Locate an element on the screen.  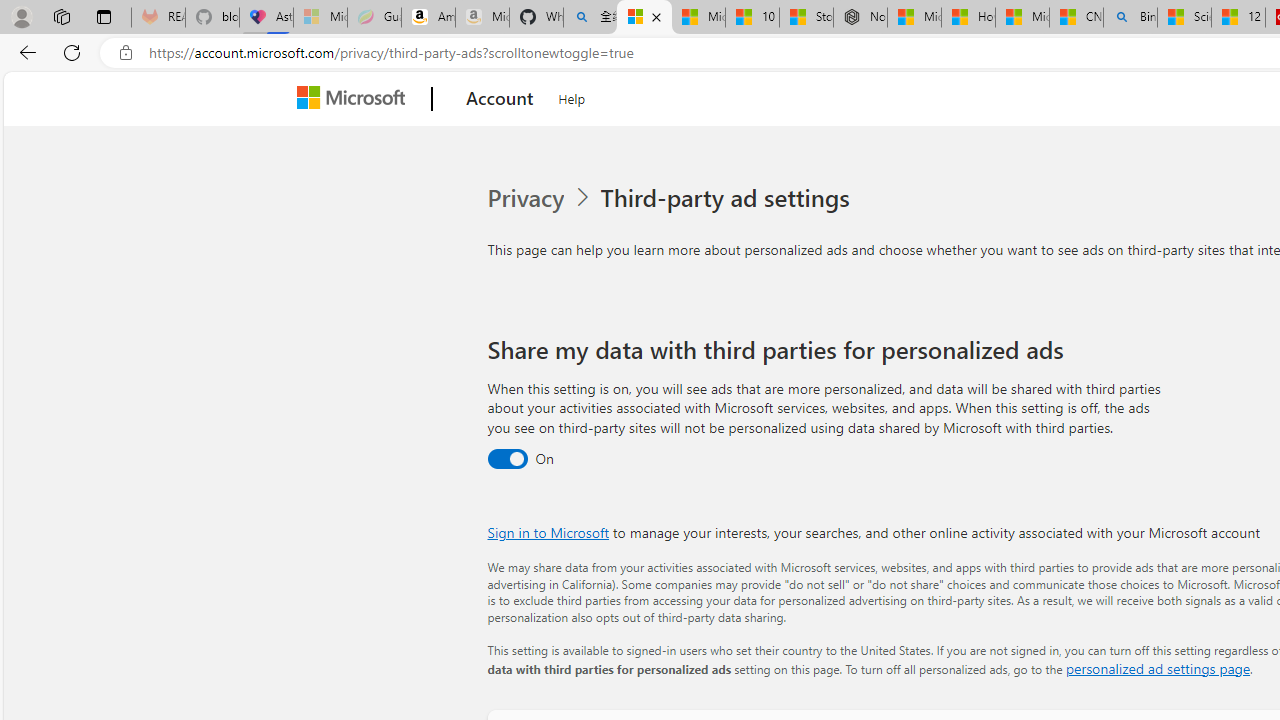
'Third party data sharing toggle' is located at coordinates (506, 459).